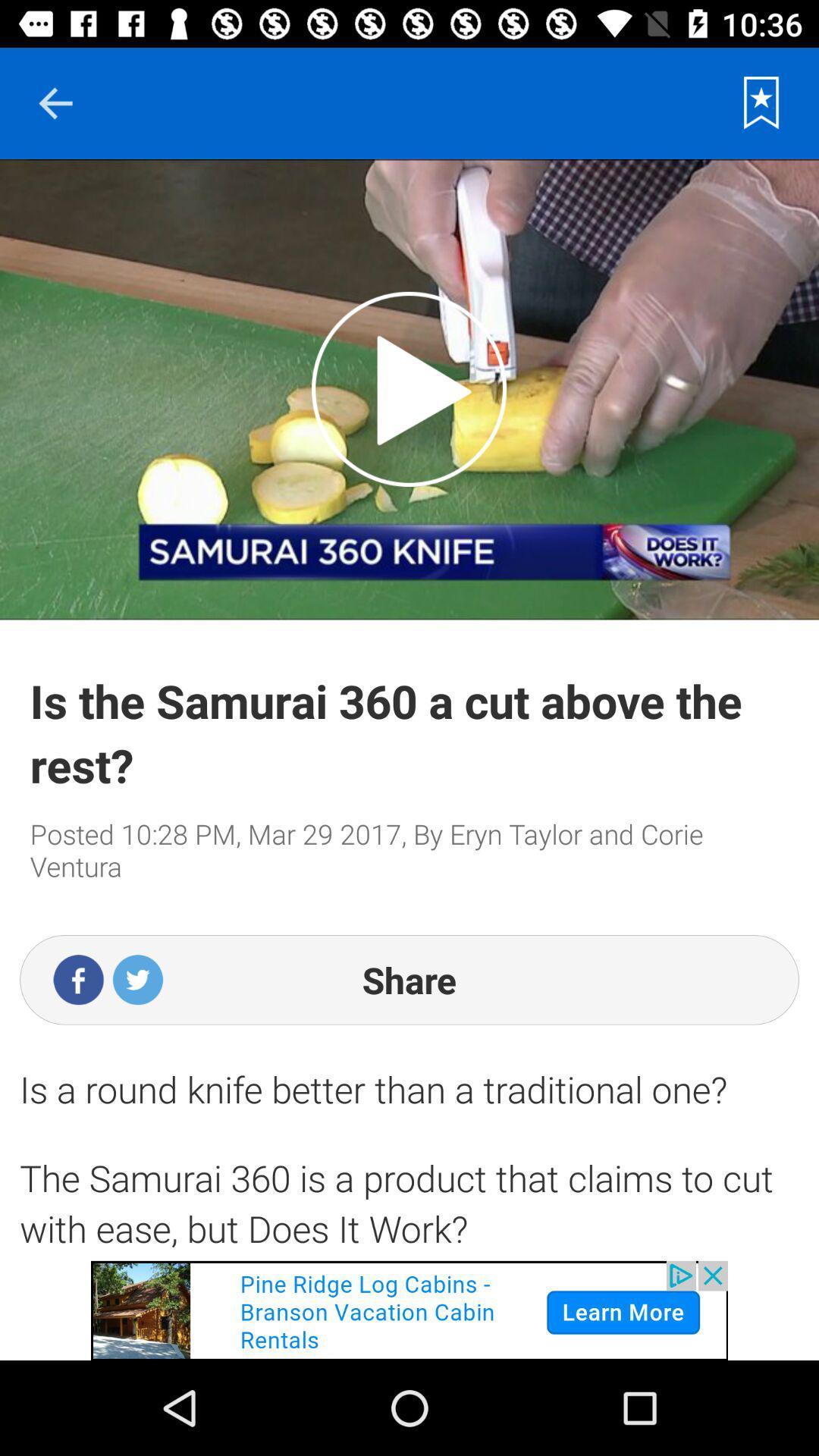 This screenshot has width=819, height=1456. I want to click on bookmark, so click(761, 102).